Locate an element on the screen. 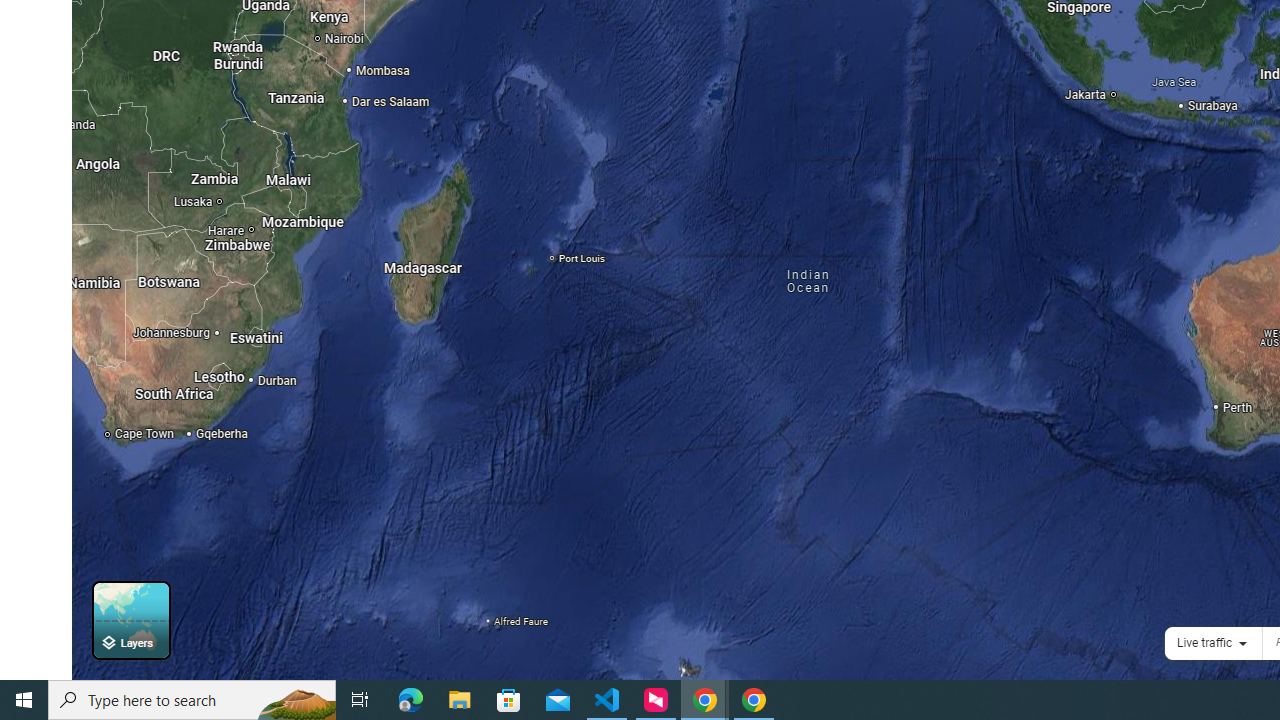 This screenshot has width=1280, height=720. 'Live traffic' is located at coordinates (1203, 642).